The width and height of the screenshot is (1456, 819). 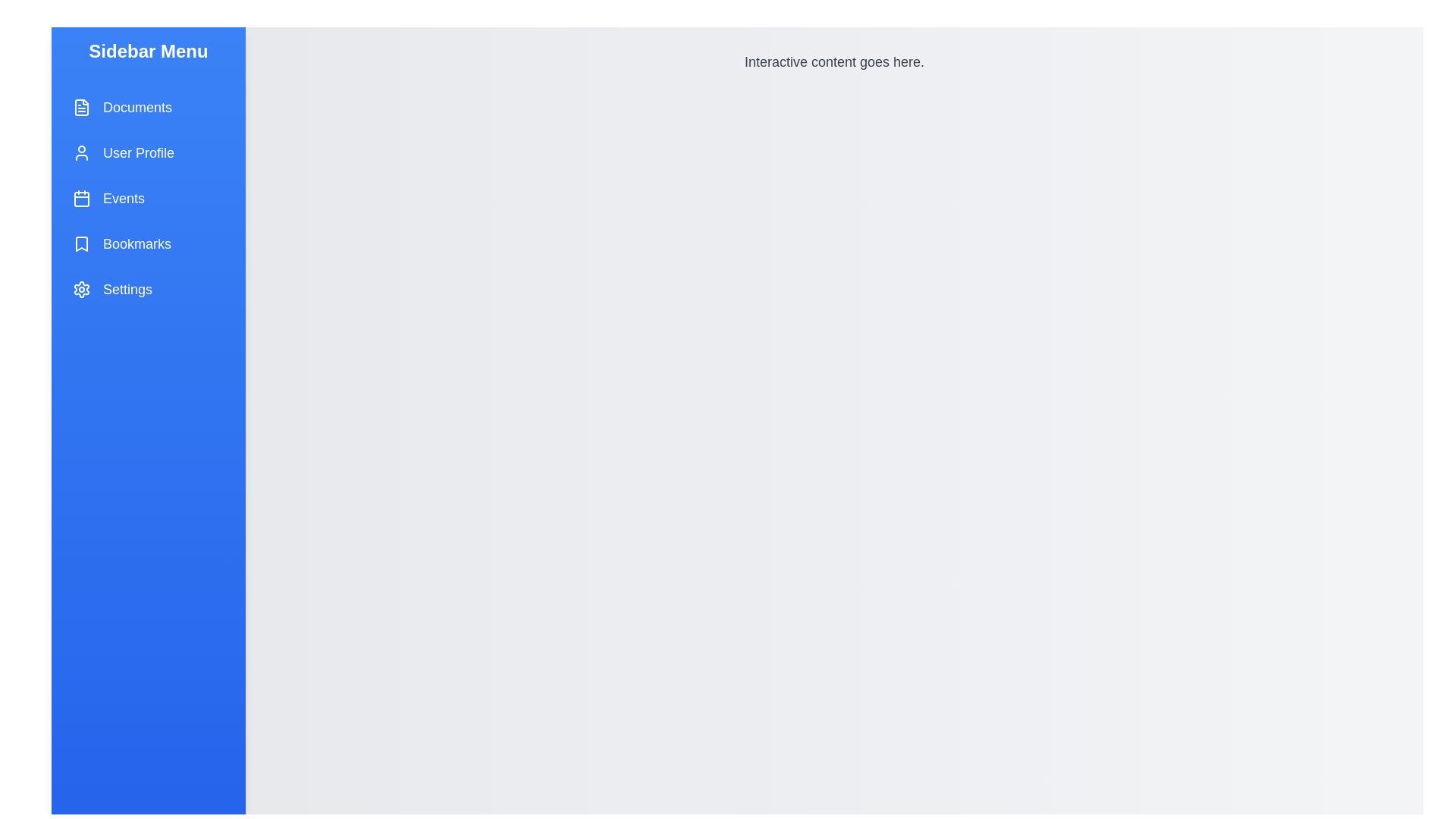 I want to click on the collapse button of the sidebar menu to collapse it, so click(x=37, y=37).